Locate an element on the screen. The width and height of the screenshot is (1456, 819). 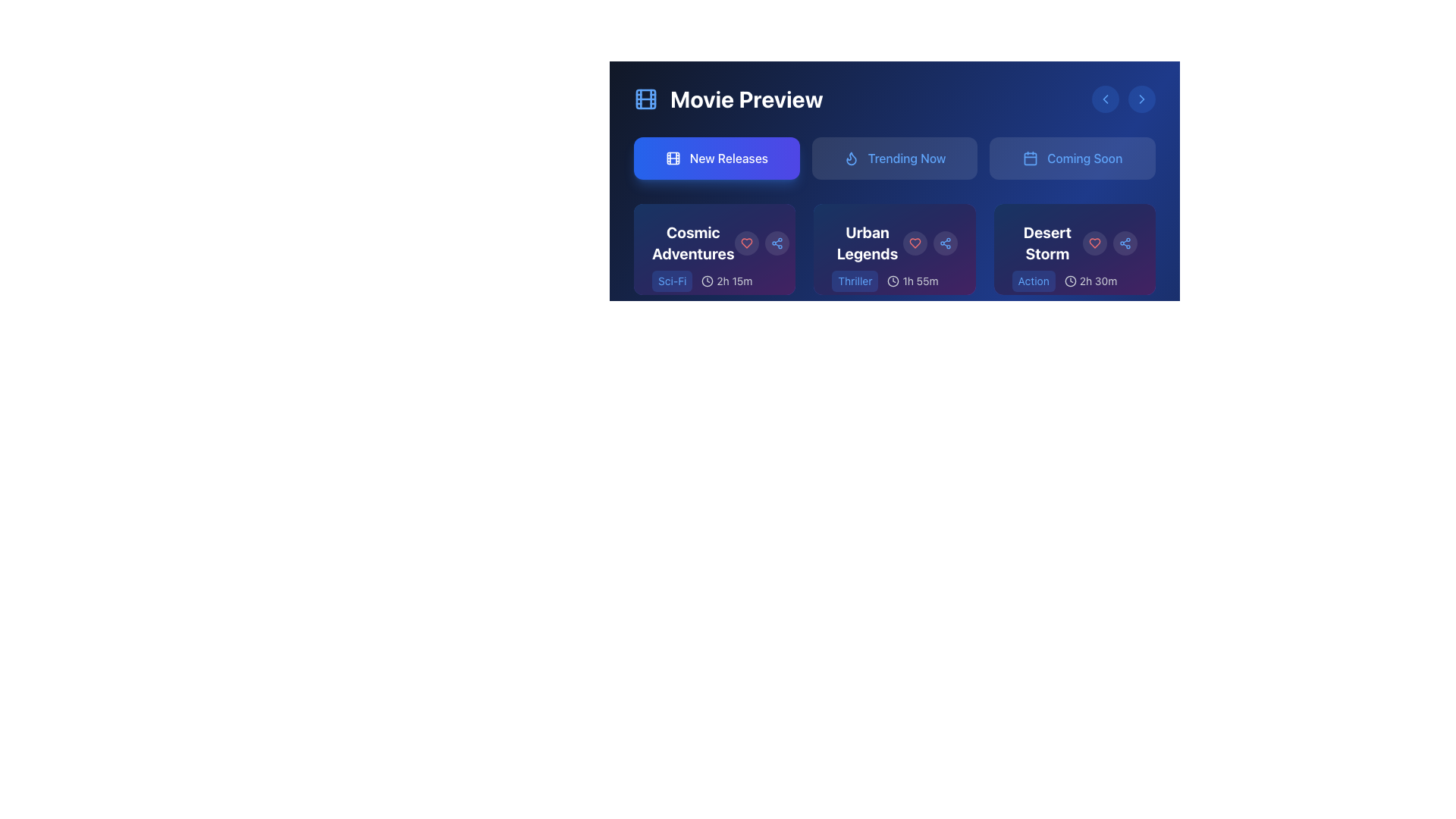
the clock icon located in the 'Urban Legends' section under the 'Thriller' tag, which is positioned to the left of the text '1h 55m' is located at coordinates (893, 281).